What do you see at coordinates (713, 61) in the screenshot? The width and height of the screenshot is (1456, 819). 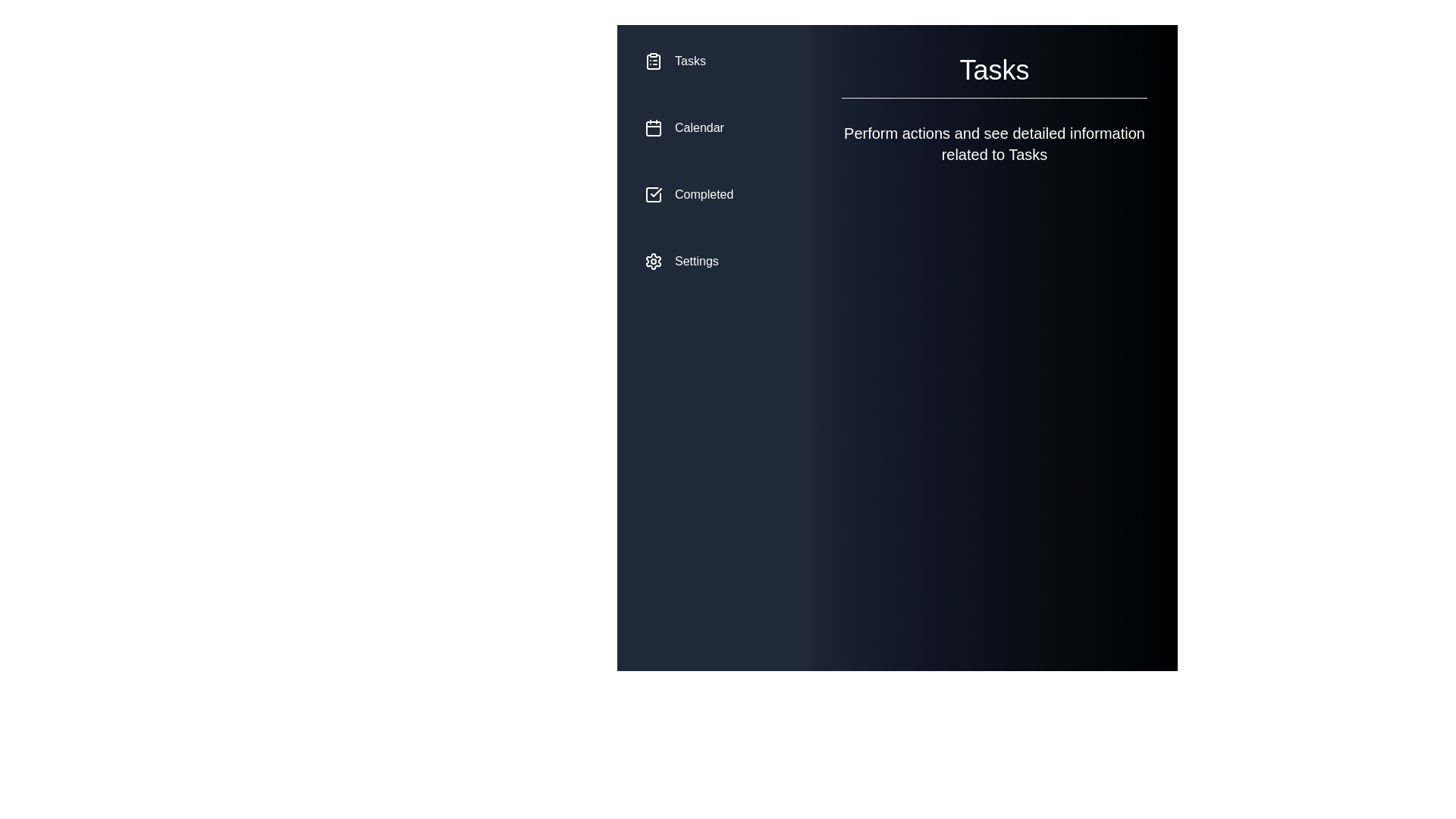 I see `the menu item Tasks to preview its state` at bounding box center [713, 61].